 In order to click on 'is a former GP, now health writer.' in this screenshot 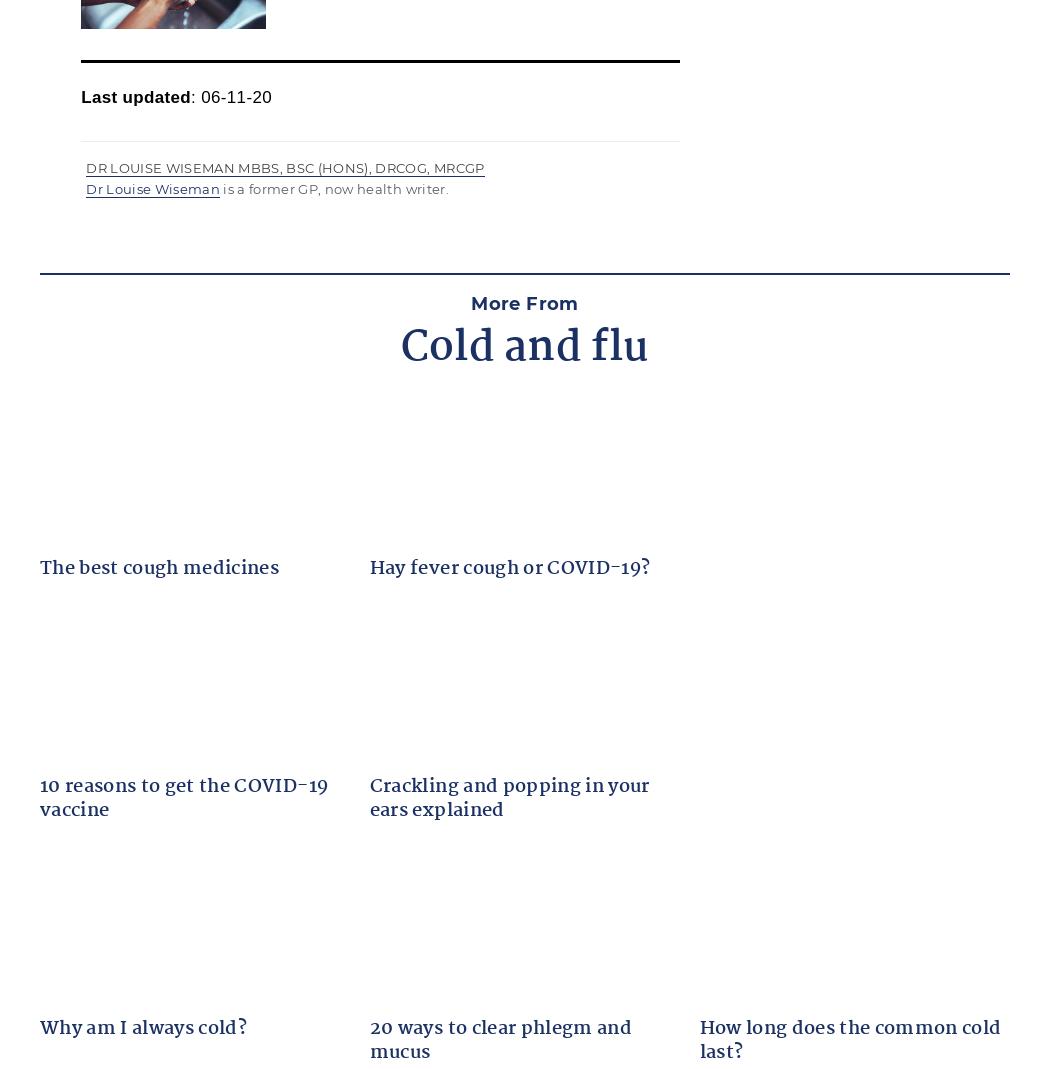, I will do `click(334, 188)`.